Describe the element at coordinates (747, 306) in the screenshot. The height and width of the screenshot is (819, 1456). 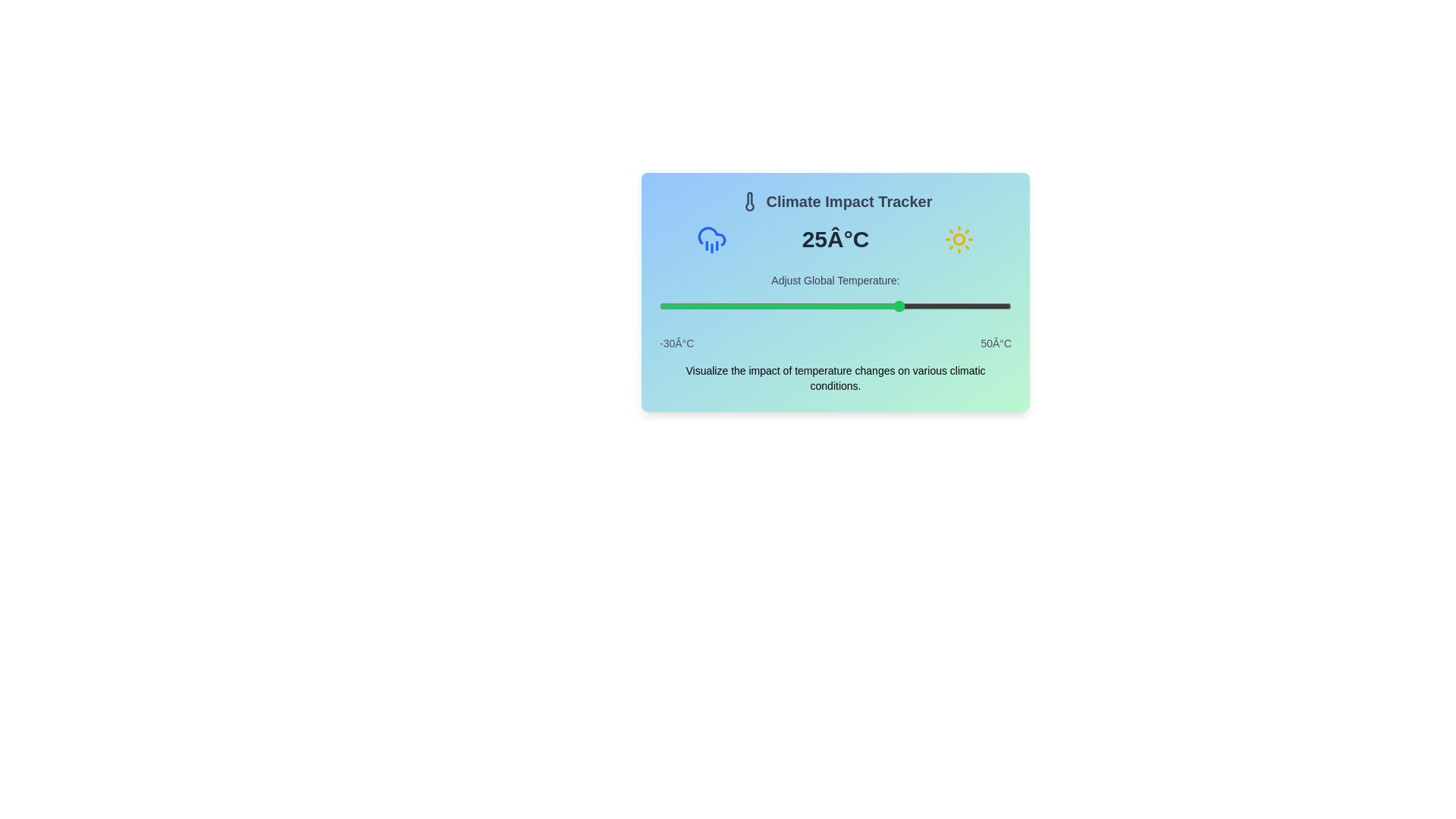
I see `the temperature slider to set the temperature to -10°C` at that location.